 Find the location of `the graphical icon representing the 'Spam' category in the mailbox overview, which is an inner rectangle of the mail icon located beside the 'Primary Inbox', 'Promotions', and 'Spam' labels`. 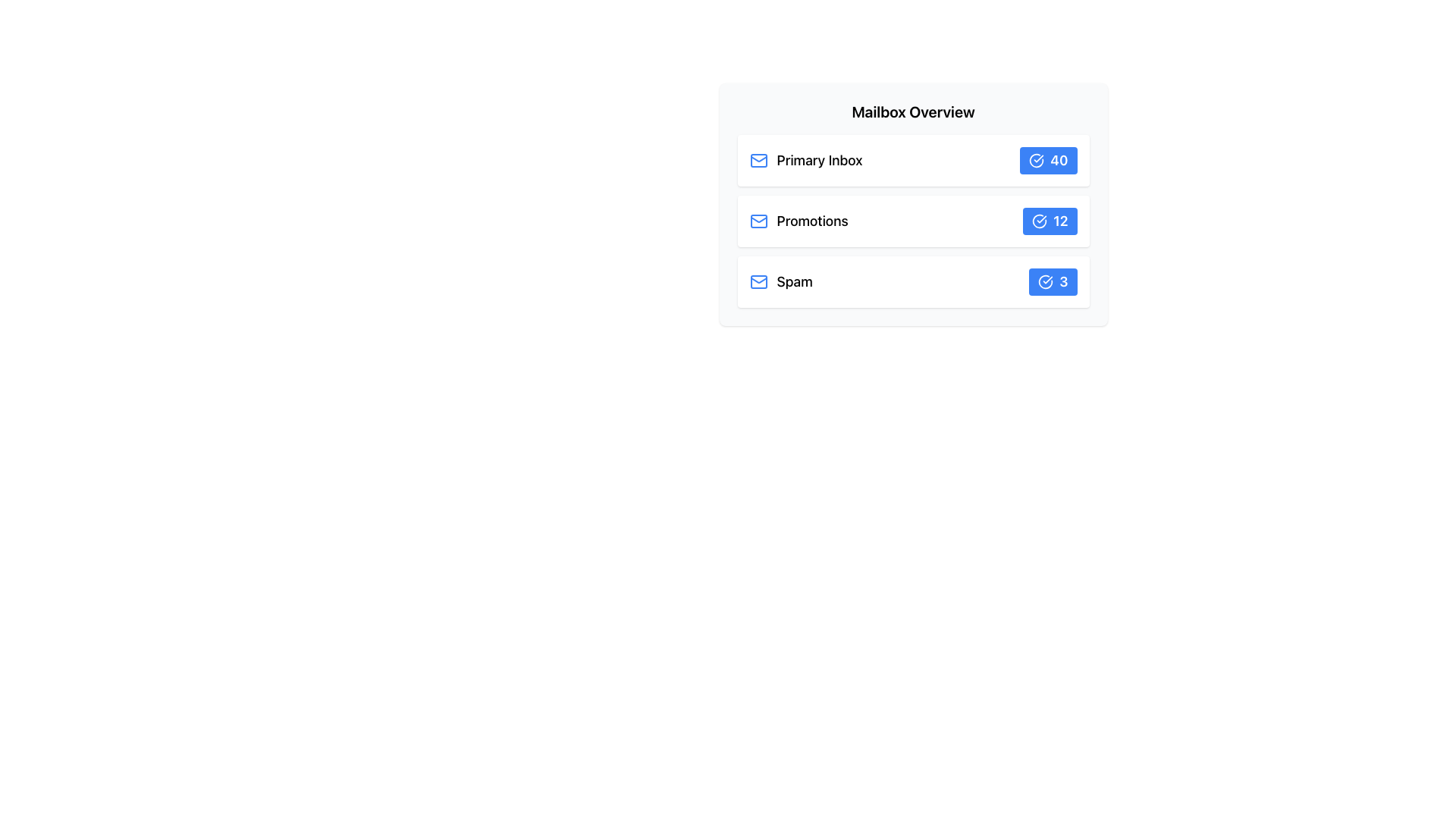

the graphical icon representing the 'Spam' category in the mailbox overview, which is an inner rectangle of the mail icon located beside the 'Primary Inbox', 'Promotions', and 'Spam' labels is located at coordinates (758, 281).